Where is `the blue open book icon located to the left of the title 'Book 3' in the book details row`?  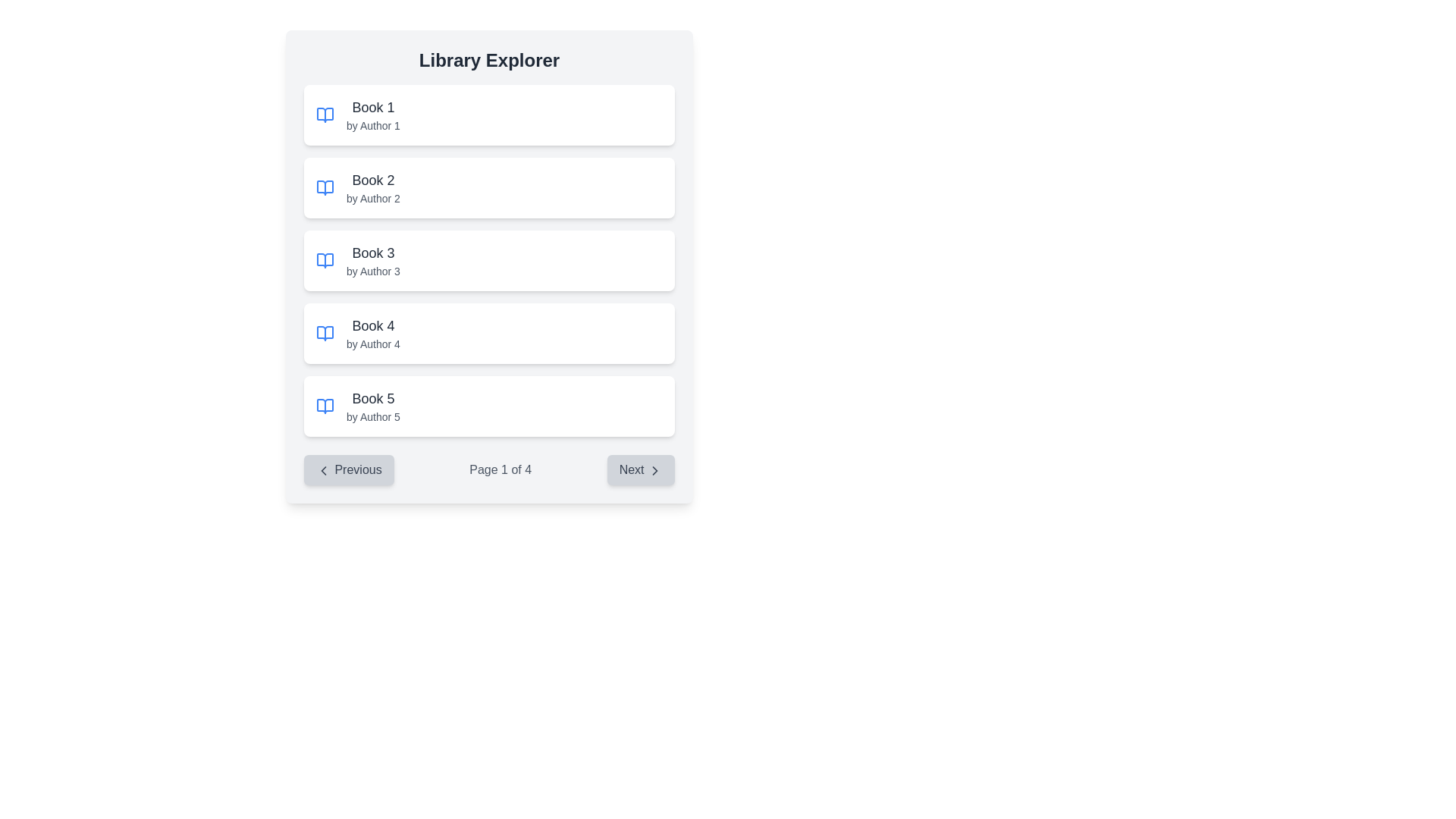
the blue open book icon located to the left of the title 'Book 3' in the book details row is located at coordinates (324, 259).